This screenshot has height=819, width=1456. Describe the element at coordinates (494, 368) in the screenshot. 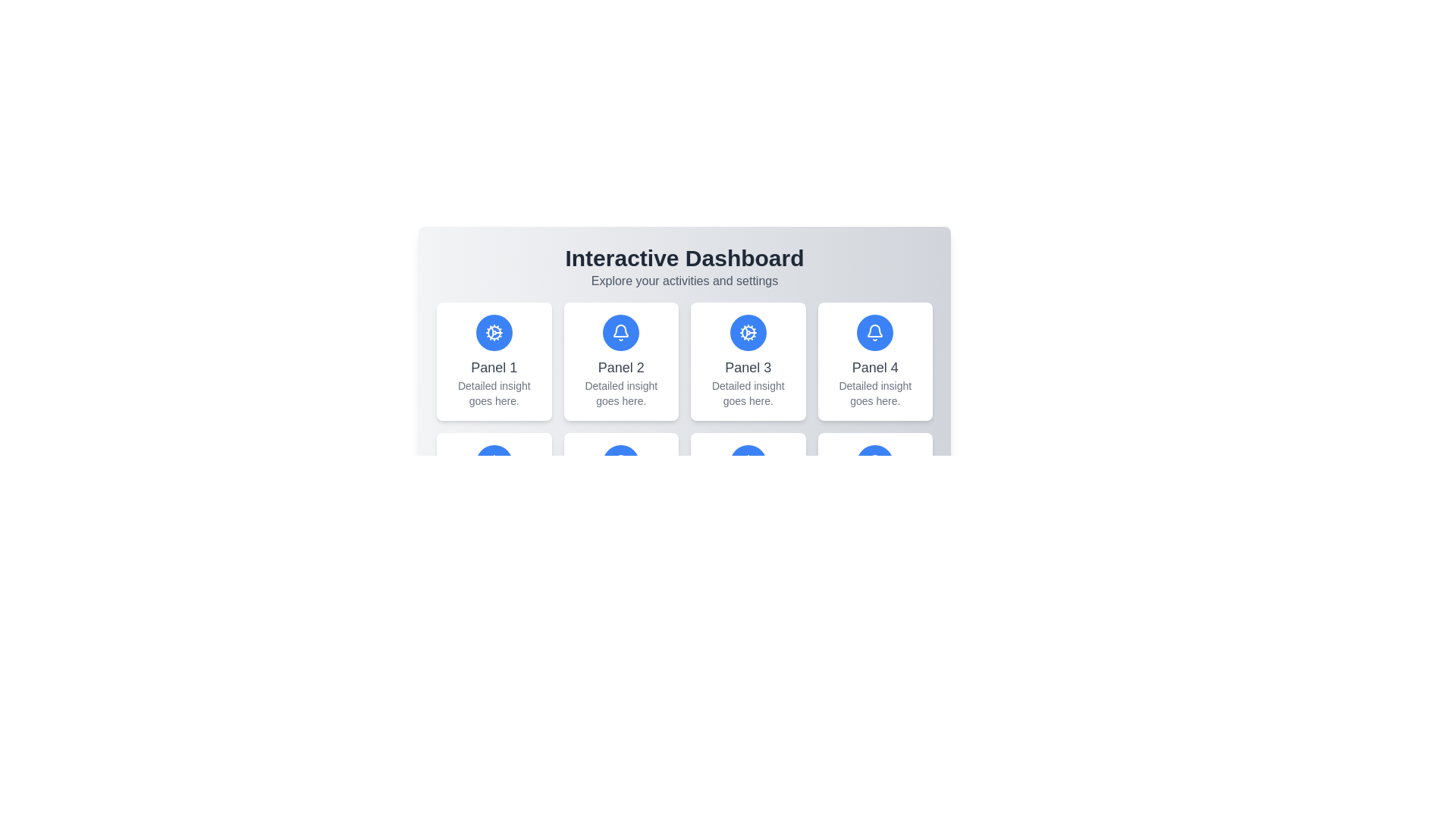

I see `text content of the label displaying 'Panel 1', which is styled with a medium-sized font and gray color, located below a blue cogwheel icon in the top left card of a grid layout` at that location.